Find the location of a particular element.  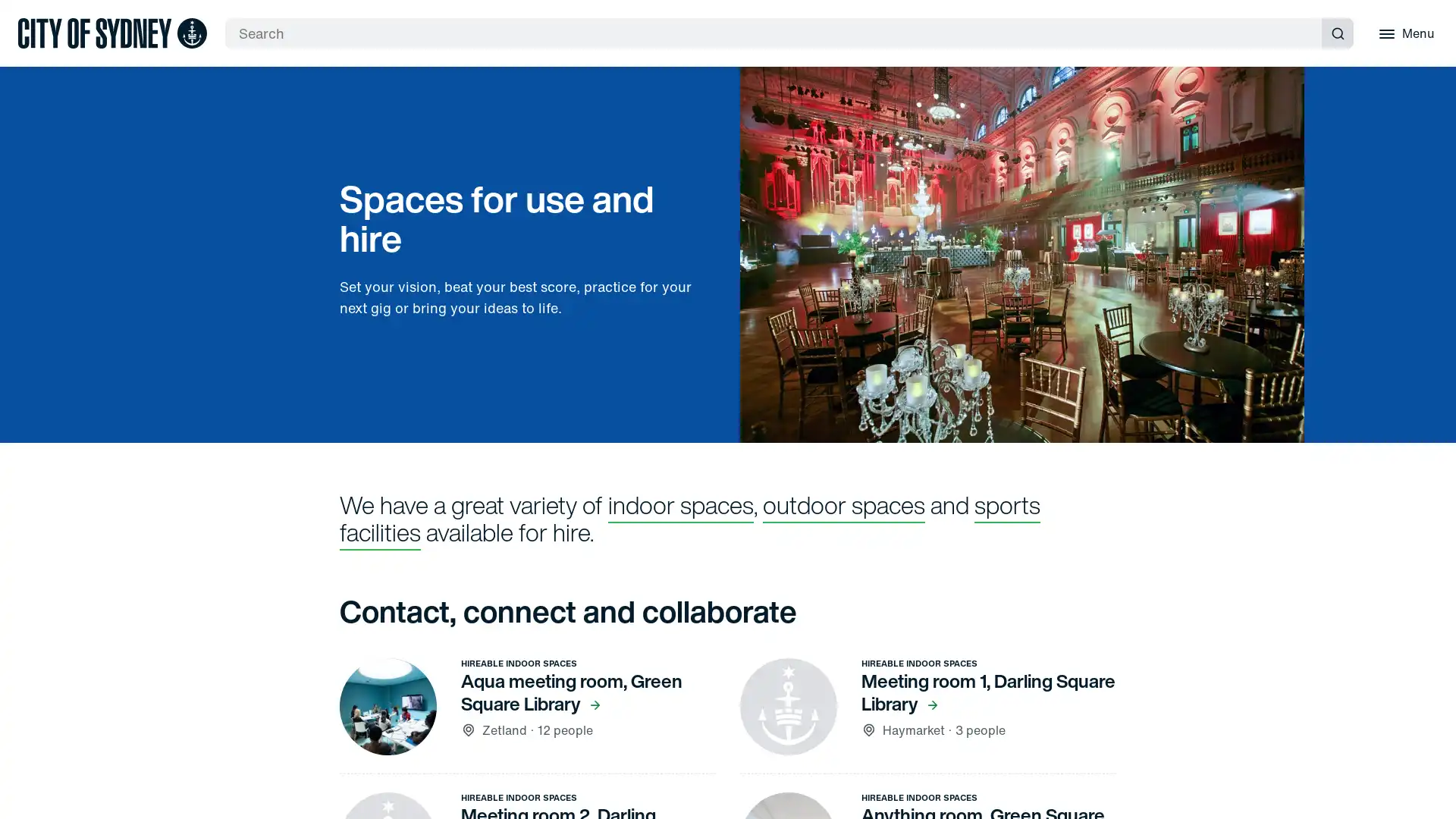

Menu is located at coordinates (1404, 33).